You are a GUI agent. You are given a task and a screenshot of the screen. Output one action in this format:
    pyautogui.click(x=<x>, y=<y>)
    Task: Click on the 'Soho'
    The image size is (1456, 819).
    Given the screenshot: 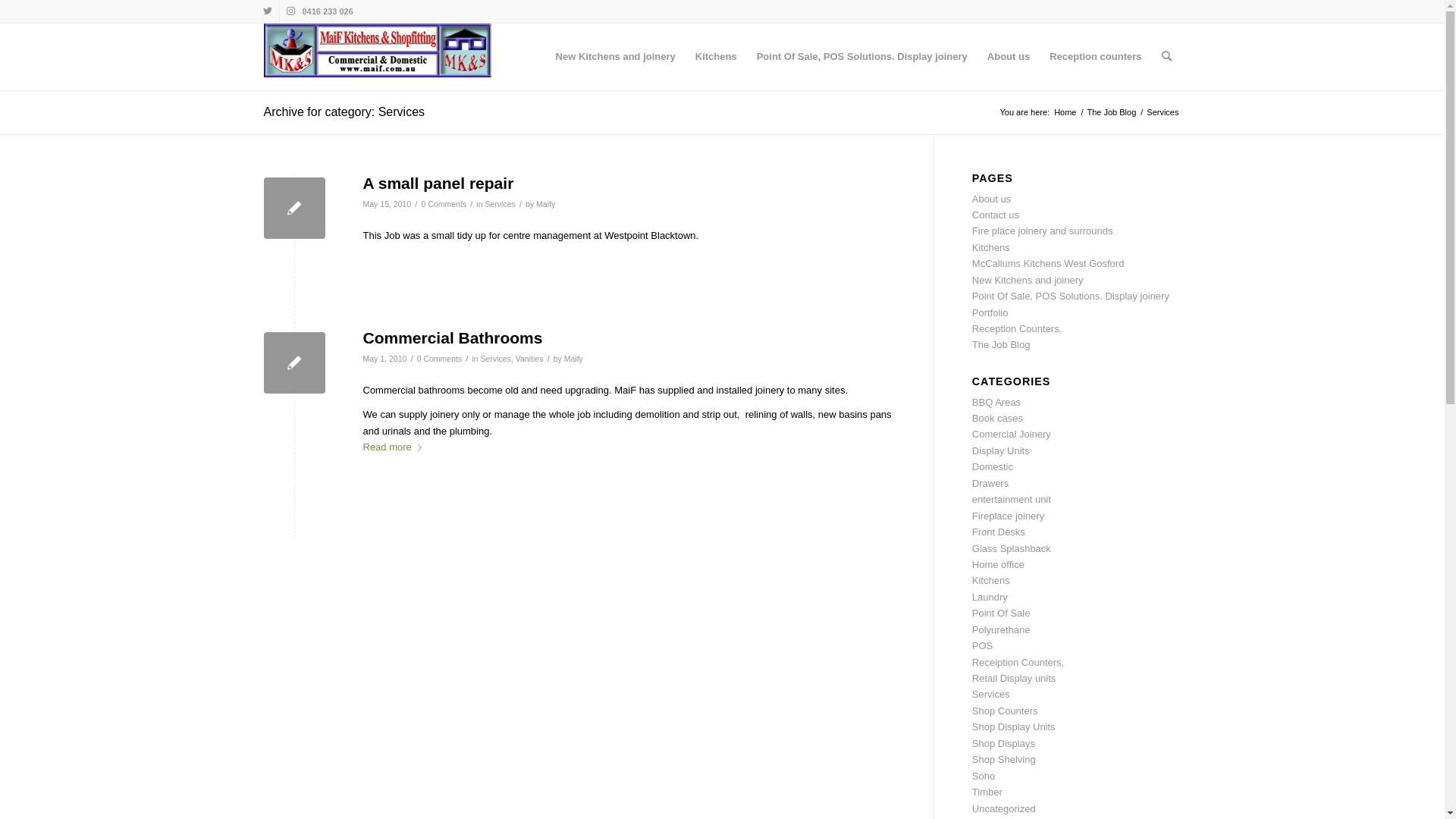 What is the action you would take?
    pyautogui.click(x=983, y=776)
    